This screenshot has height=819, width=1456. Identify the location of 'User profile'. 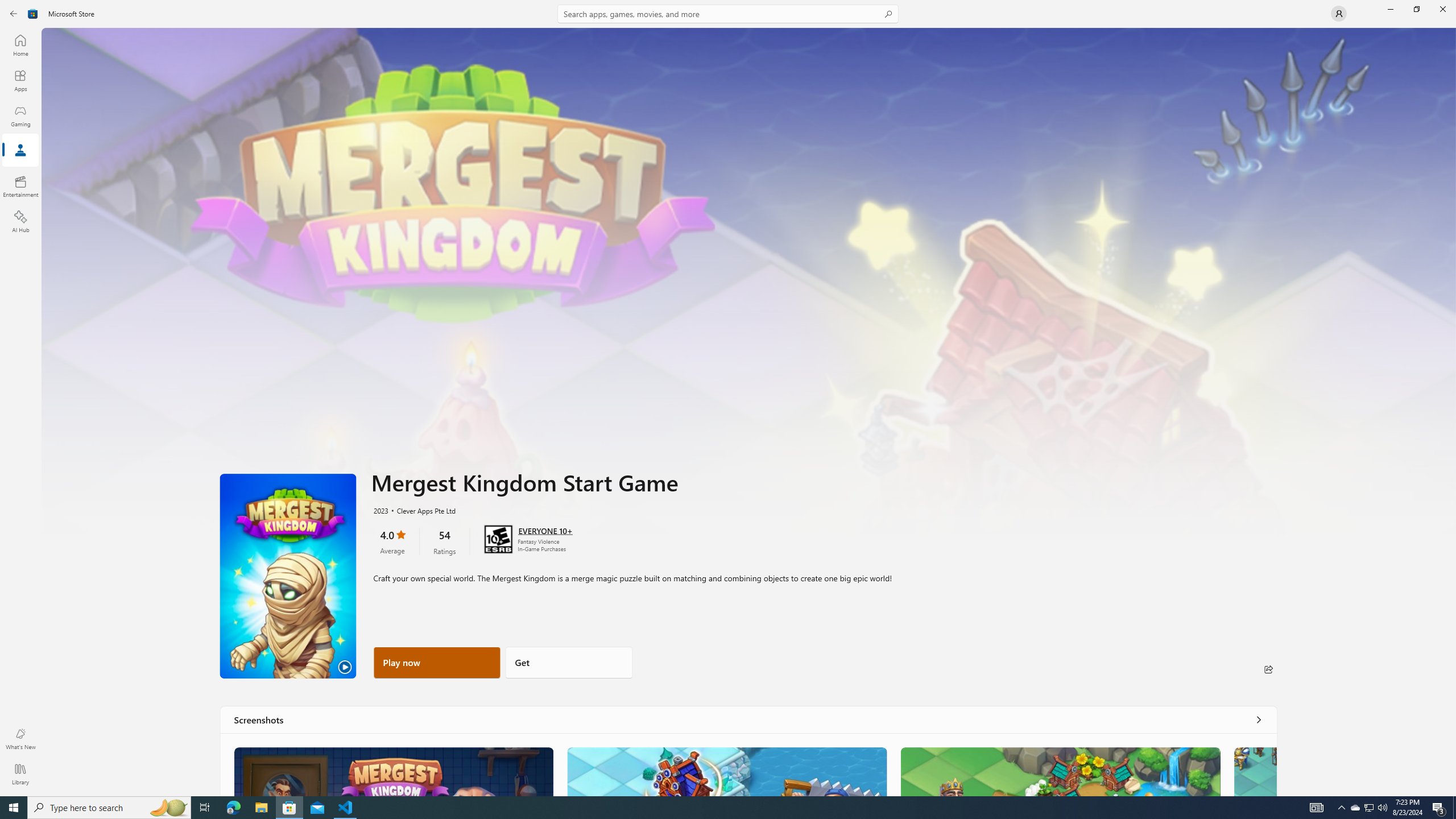
(1338, 13).